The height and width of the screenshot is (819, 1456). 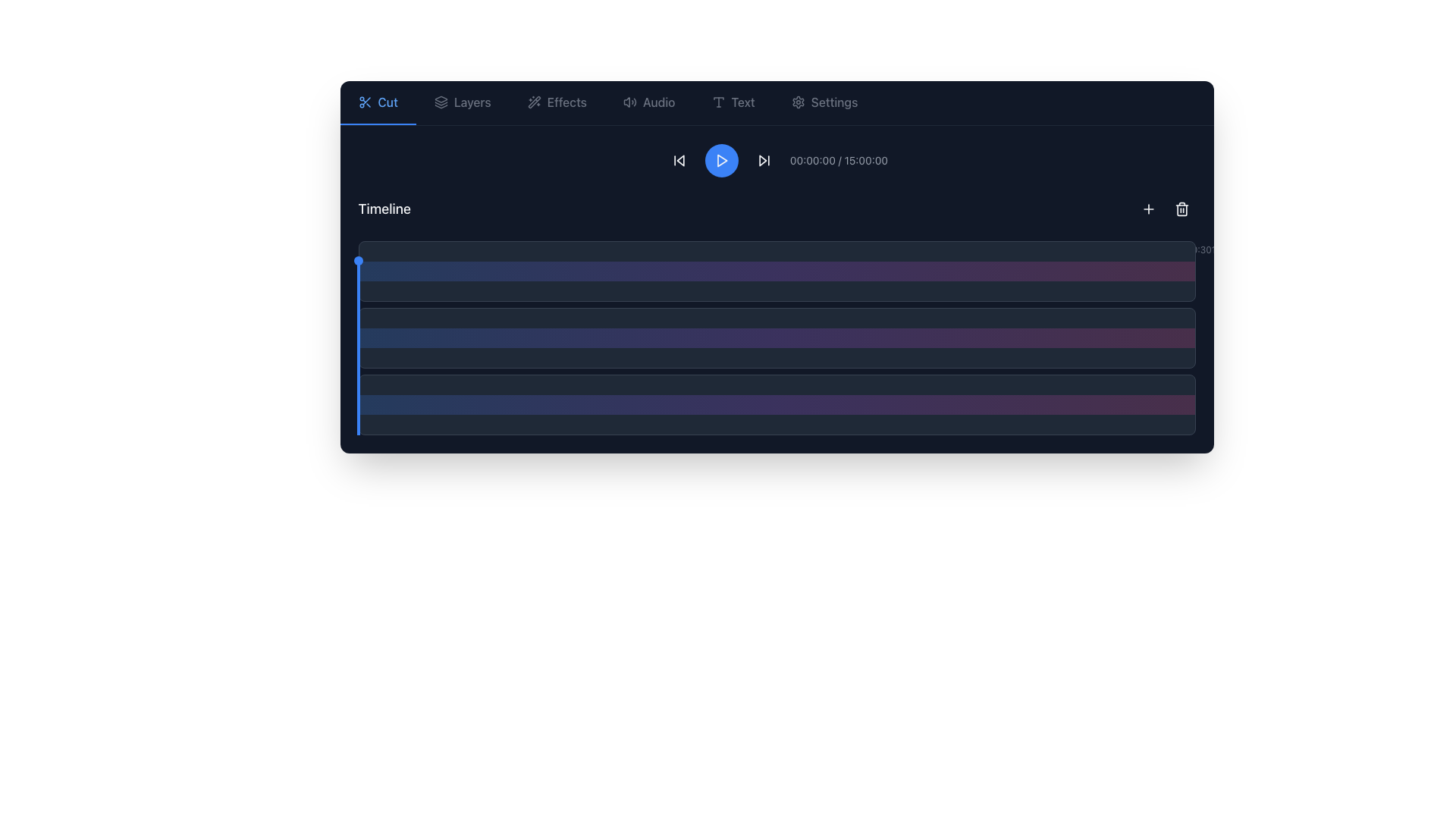 What do you see at coordinates (777, 249) in the screenshot?
I see `the timeline scale component` at bounding box center [777, 249].